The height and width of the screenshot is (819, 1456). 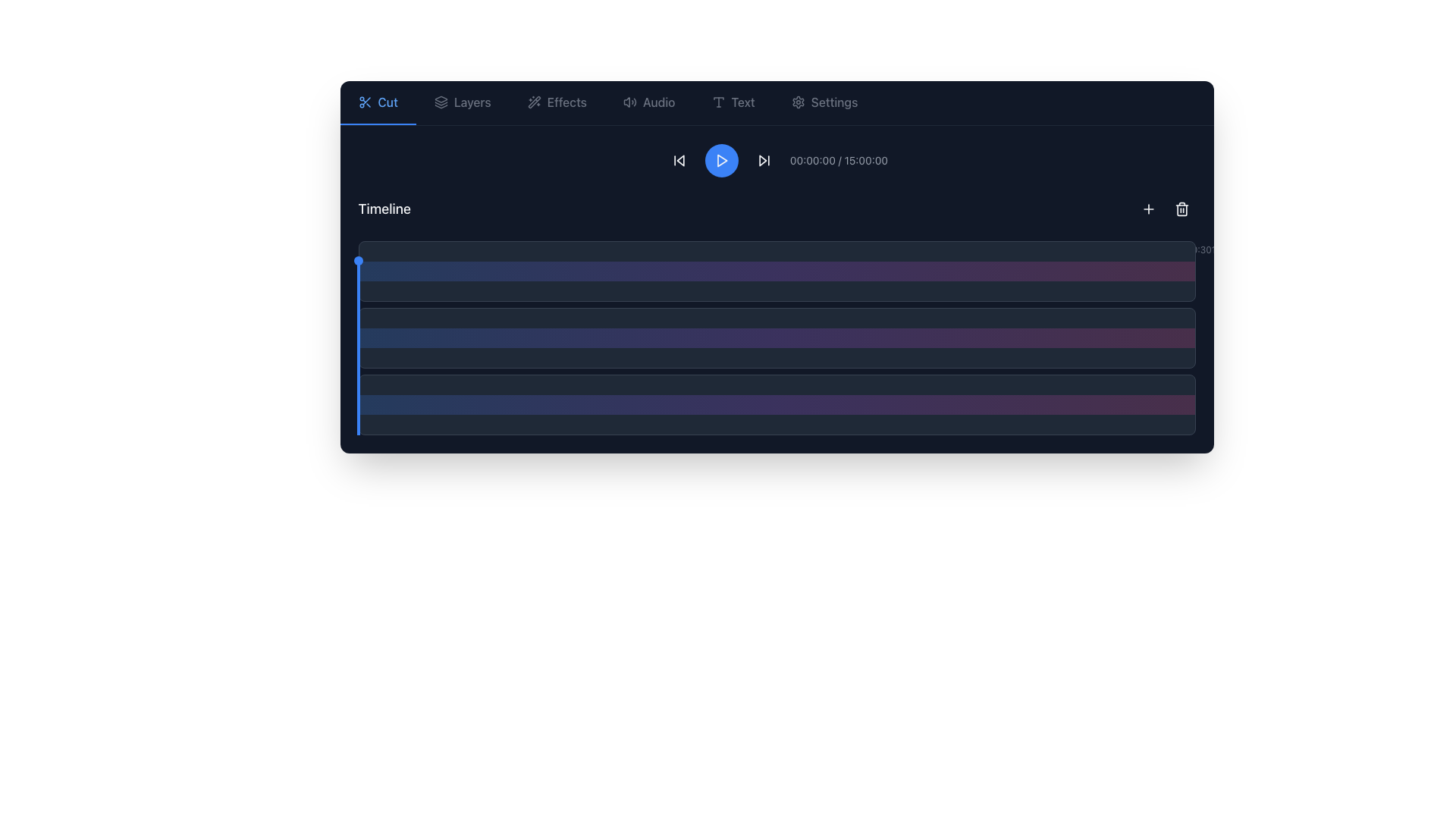 What do you see at coordinates (777, 249) in the screenshot?
I see `the timeline scale component` at bounding box center [777, 249].